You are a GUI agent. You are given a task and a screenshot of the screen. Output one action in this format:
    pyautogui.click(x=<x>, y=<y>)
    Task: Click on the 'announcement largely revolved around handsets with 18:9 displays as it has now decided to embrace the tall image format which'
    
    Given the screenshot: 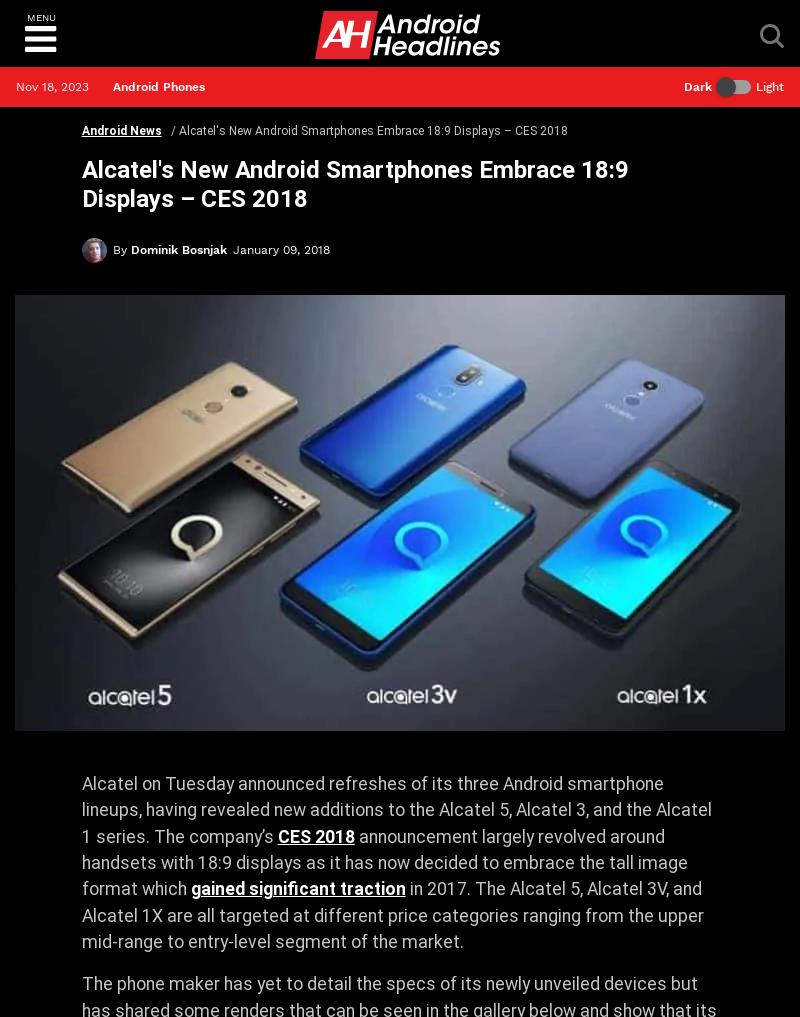 What is the action you would take?
    pyautogui.click(x=383, y=862)
    